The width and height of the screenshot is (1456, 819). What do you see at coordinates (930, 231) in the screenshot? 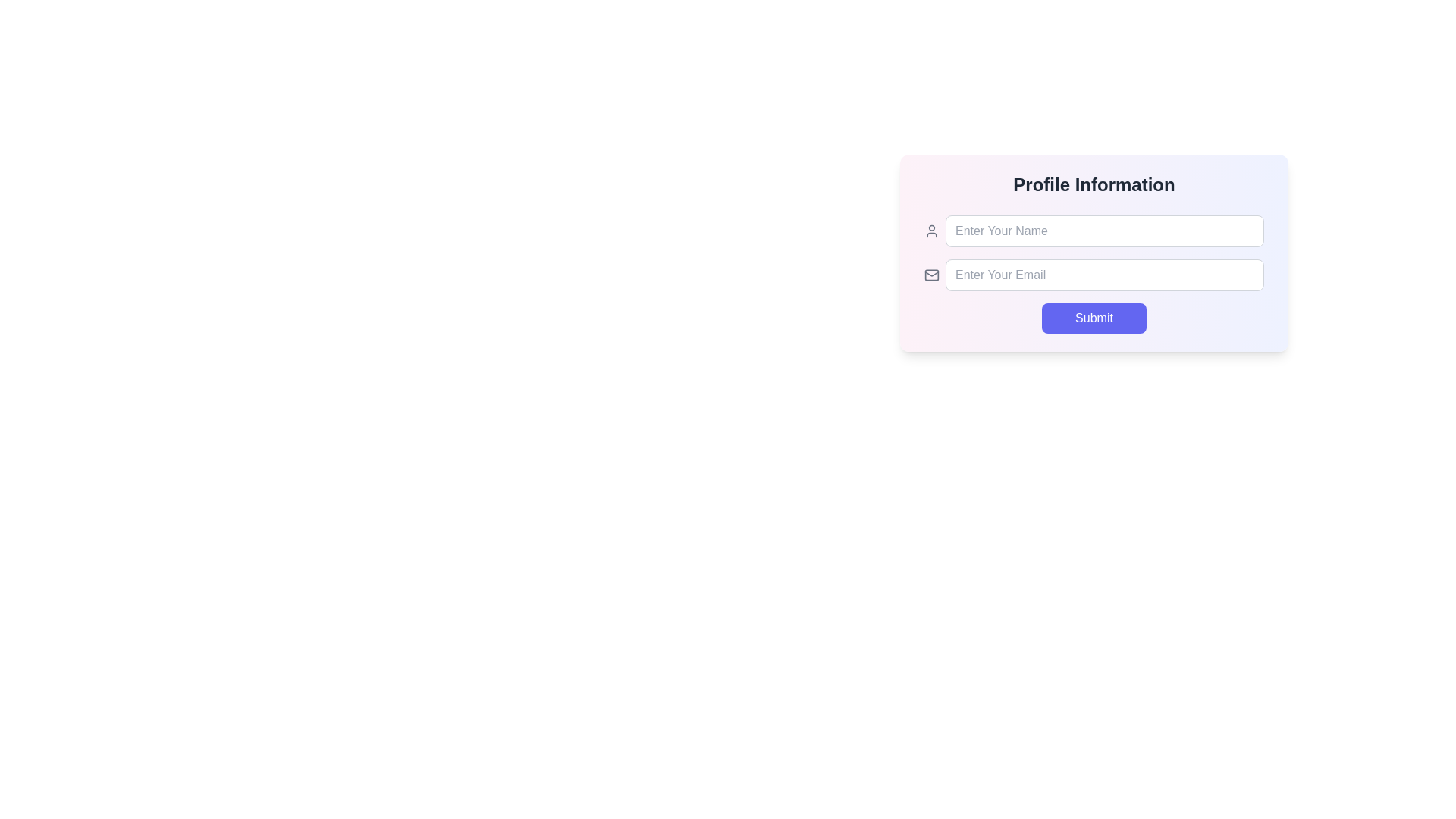
I see `the icon located to the left of the text input box labeled 'Enter Your Name', which visually indicates the input pertains to the user's name or profile` at bounding box center [930, 231].